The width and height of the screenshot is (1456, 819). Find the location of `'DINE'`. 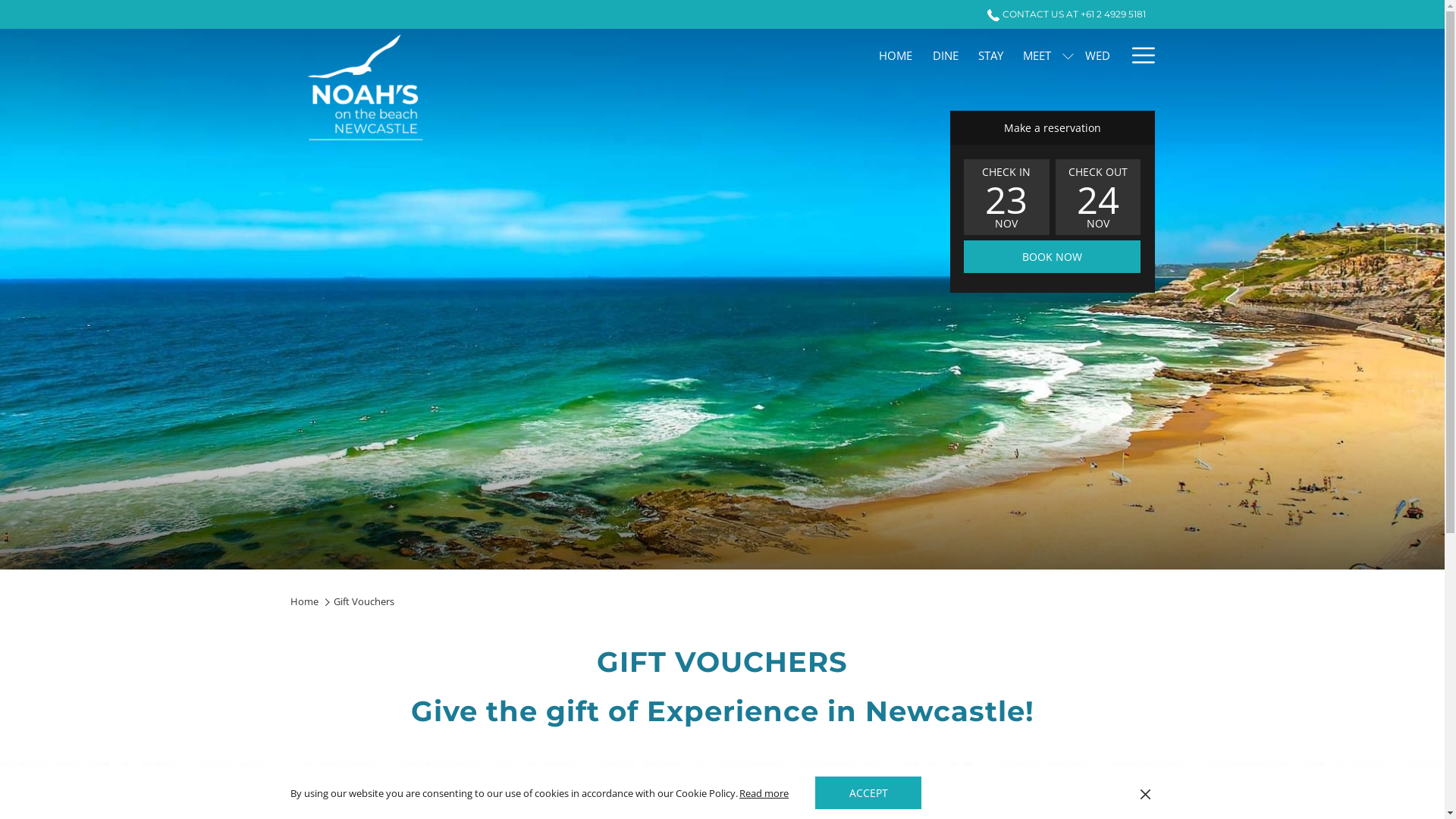

'DINE' is located at coordinates (944, 54).